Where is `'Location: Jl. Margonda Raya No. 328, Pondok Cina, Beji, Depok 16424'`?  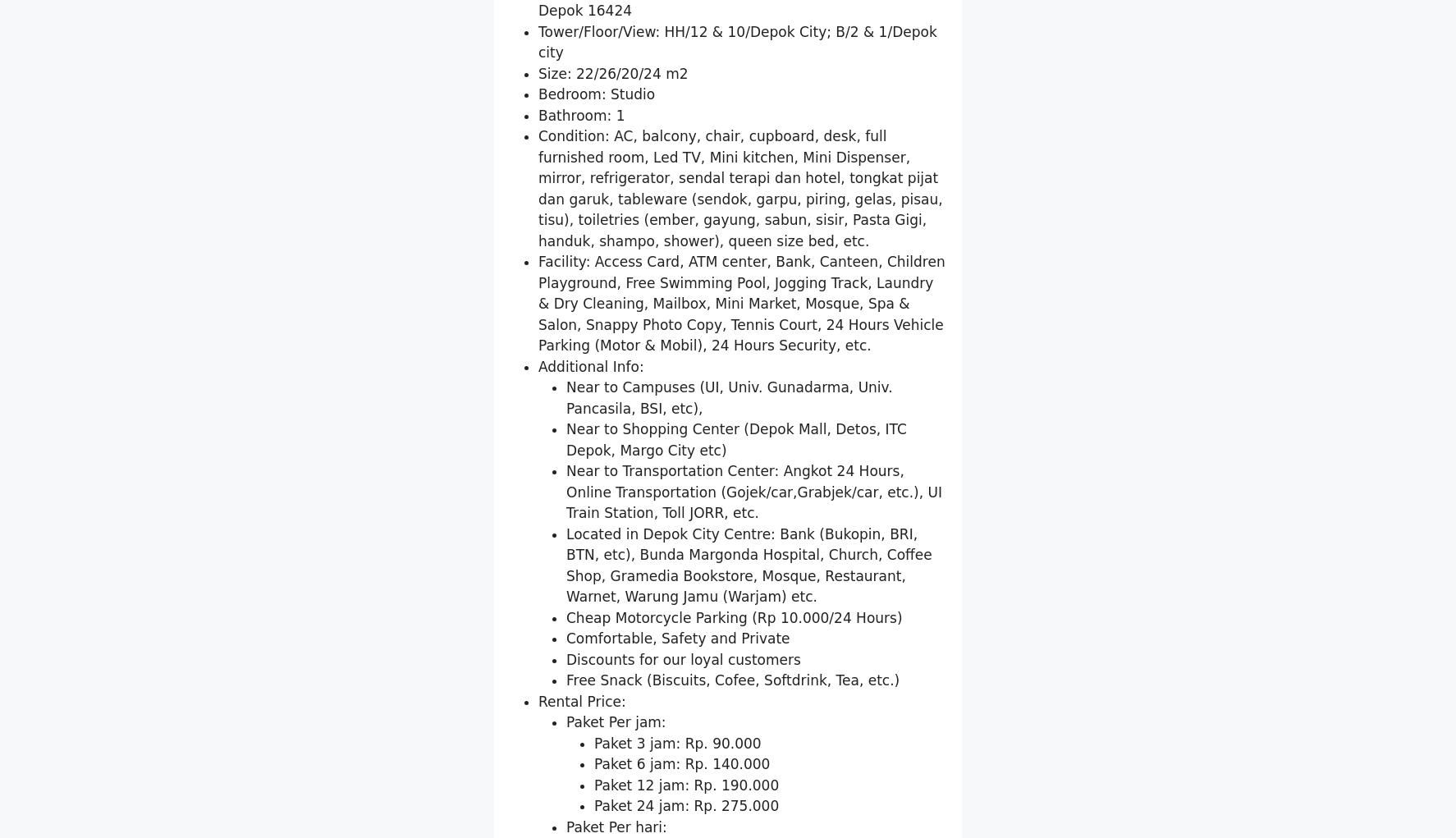 'Location: Jl. Margonda Raya No. 328, Pondok Cina, Beji, Depok 16424' is located at coordinates (730, 191).